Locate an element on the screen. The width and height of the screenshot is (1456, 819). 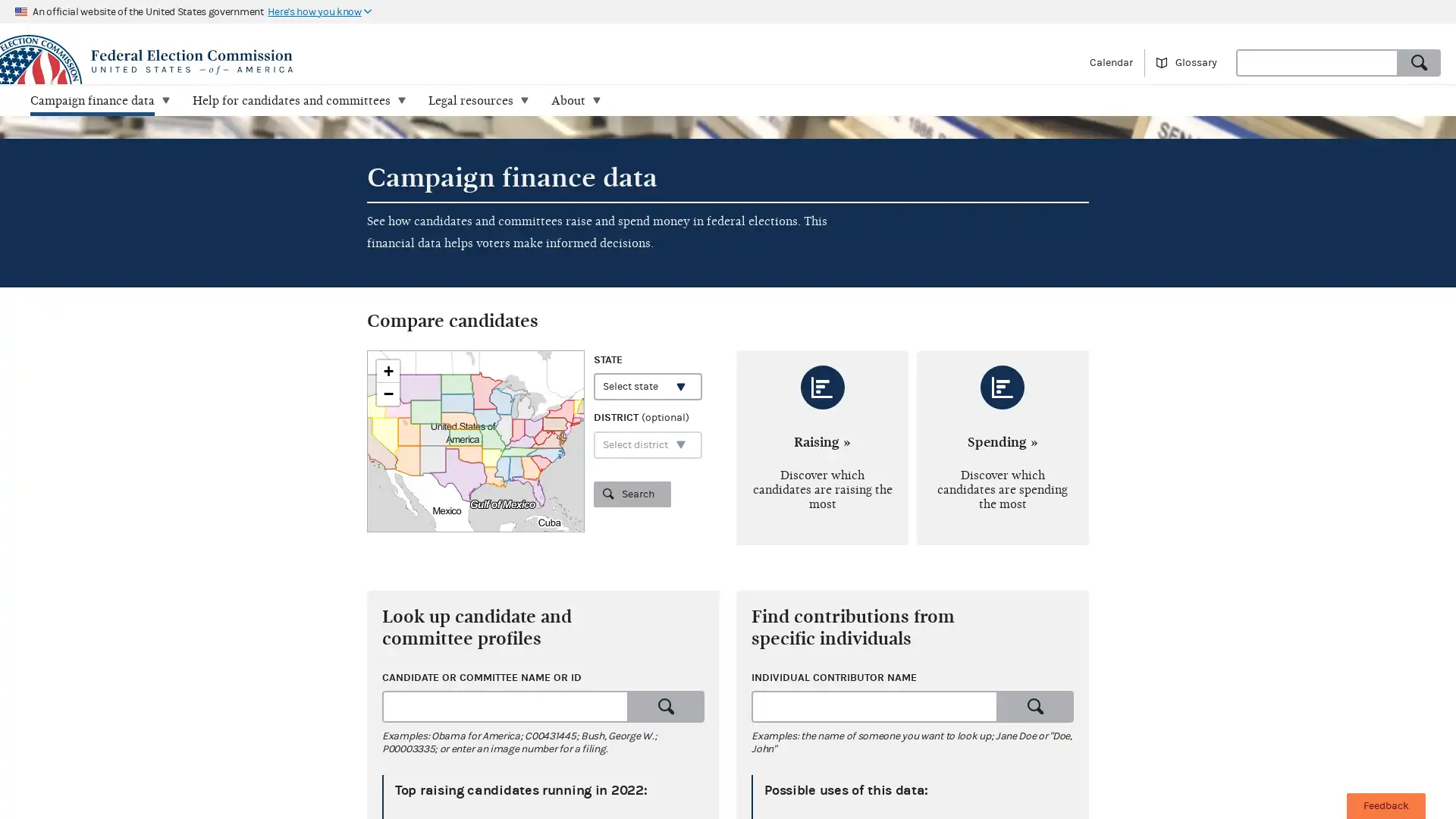
Search is located at coordinates (1034, 707).